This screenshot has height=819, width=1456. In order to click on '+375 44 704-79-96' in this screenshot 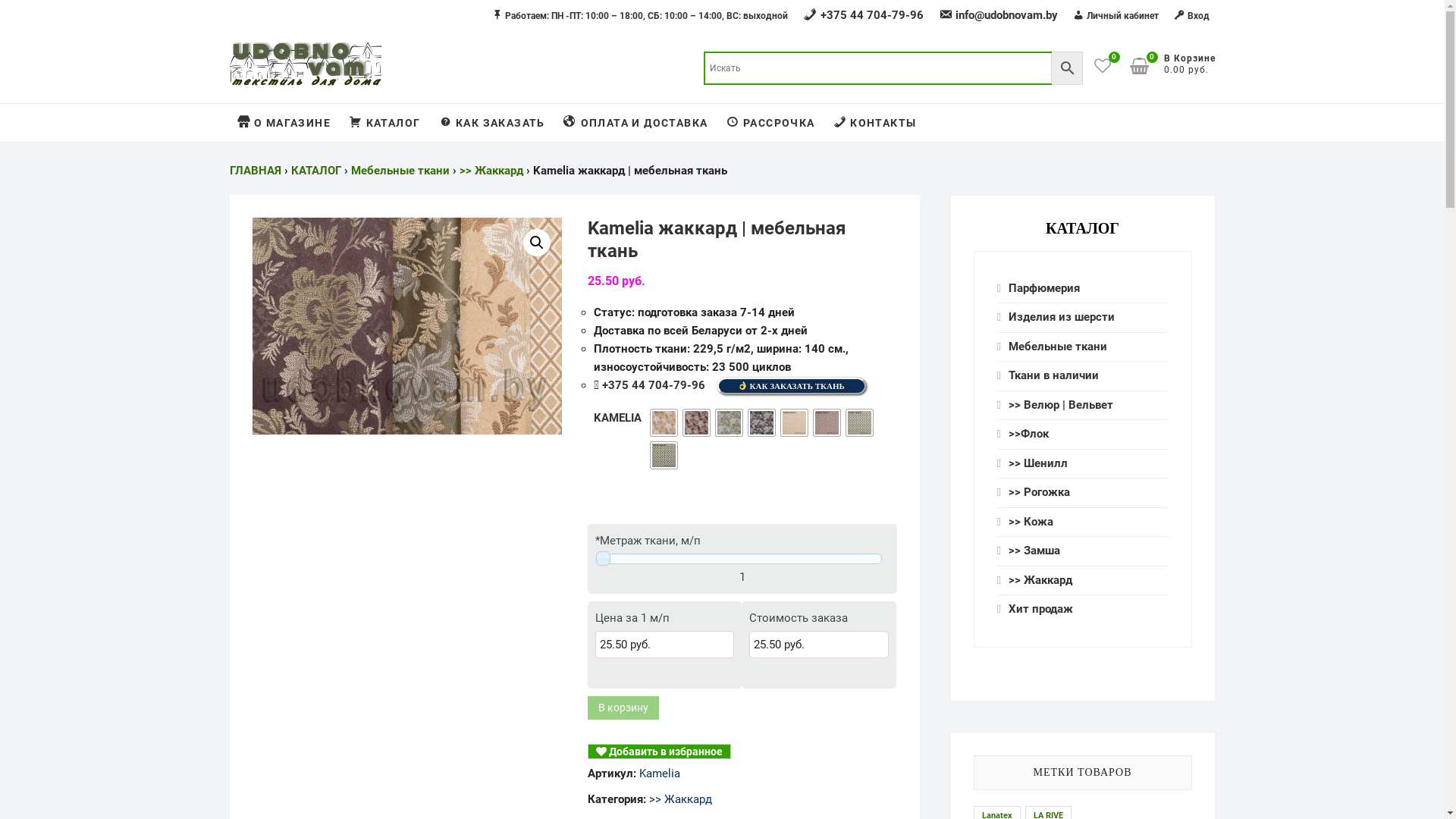, I will do `click(863, 14)`.